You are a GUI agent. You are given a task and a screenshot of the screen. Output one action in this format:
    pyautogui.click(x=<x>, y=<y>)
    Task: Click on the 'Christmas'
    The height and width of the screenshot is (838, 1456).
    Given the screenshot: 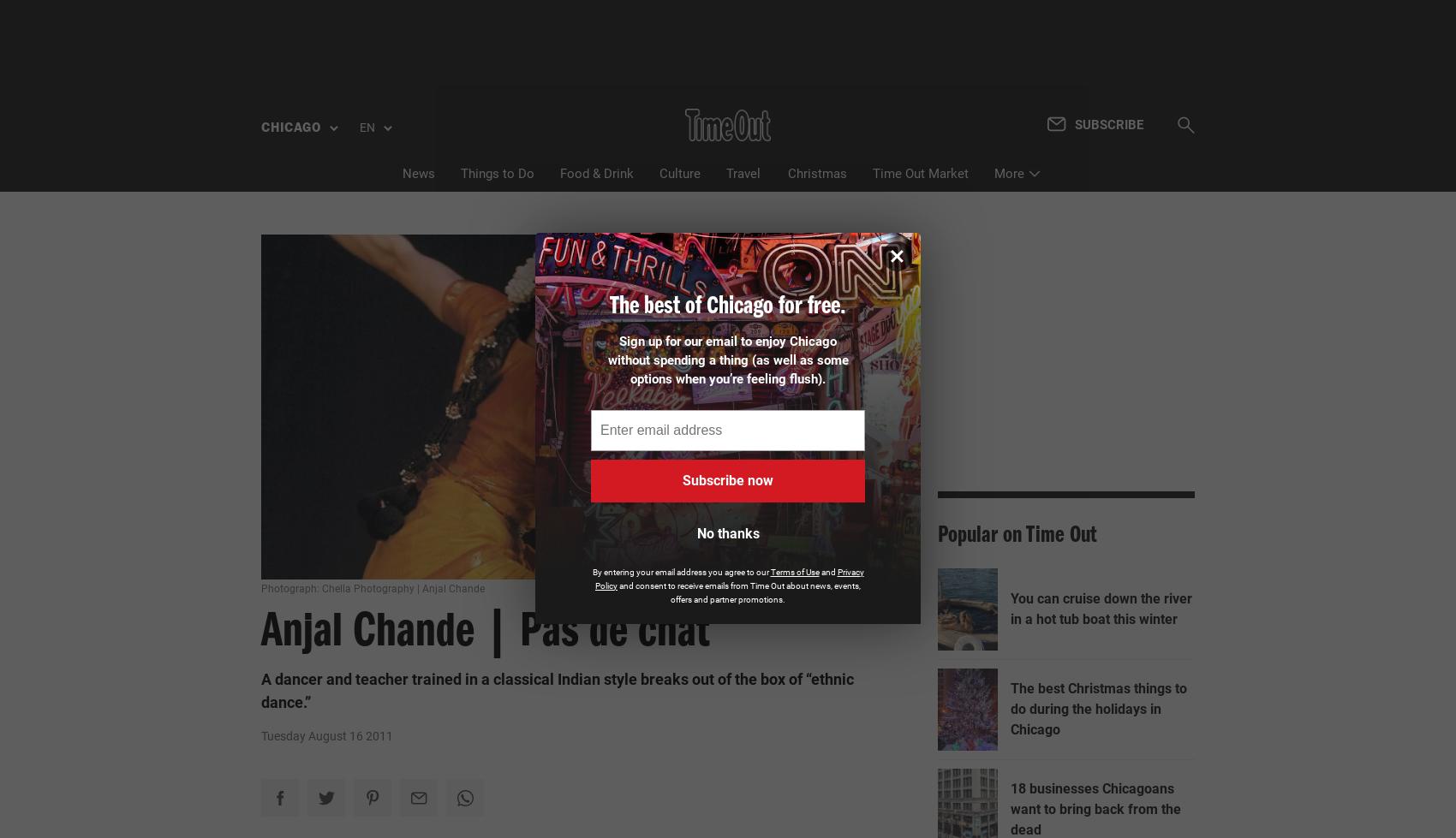 What is the action you would take?
    pyautogui.click(x=817, y=95)
    